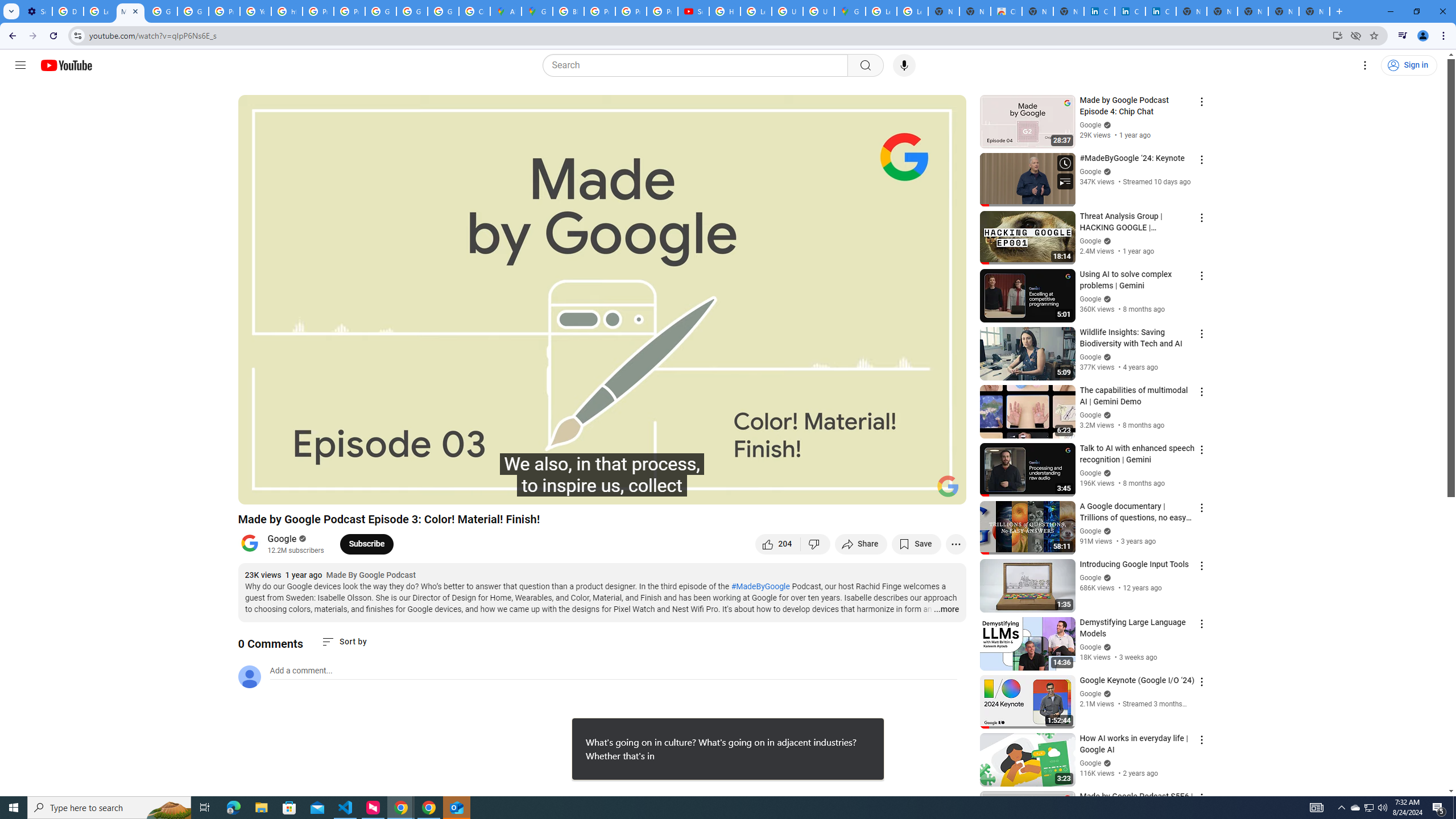 This screenshot has width=1456, height=819. Describe the element at coordinates (371, 575) in the screenshot. I see `'Made By Google Podcast'` at that location.